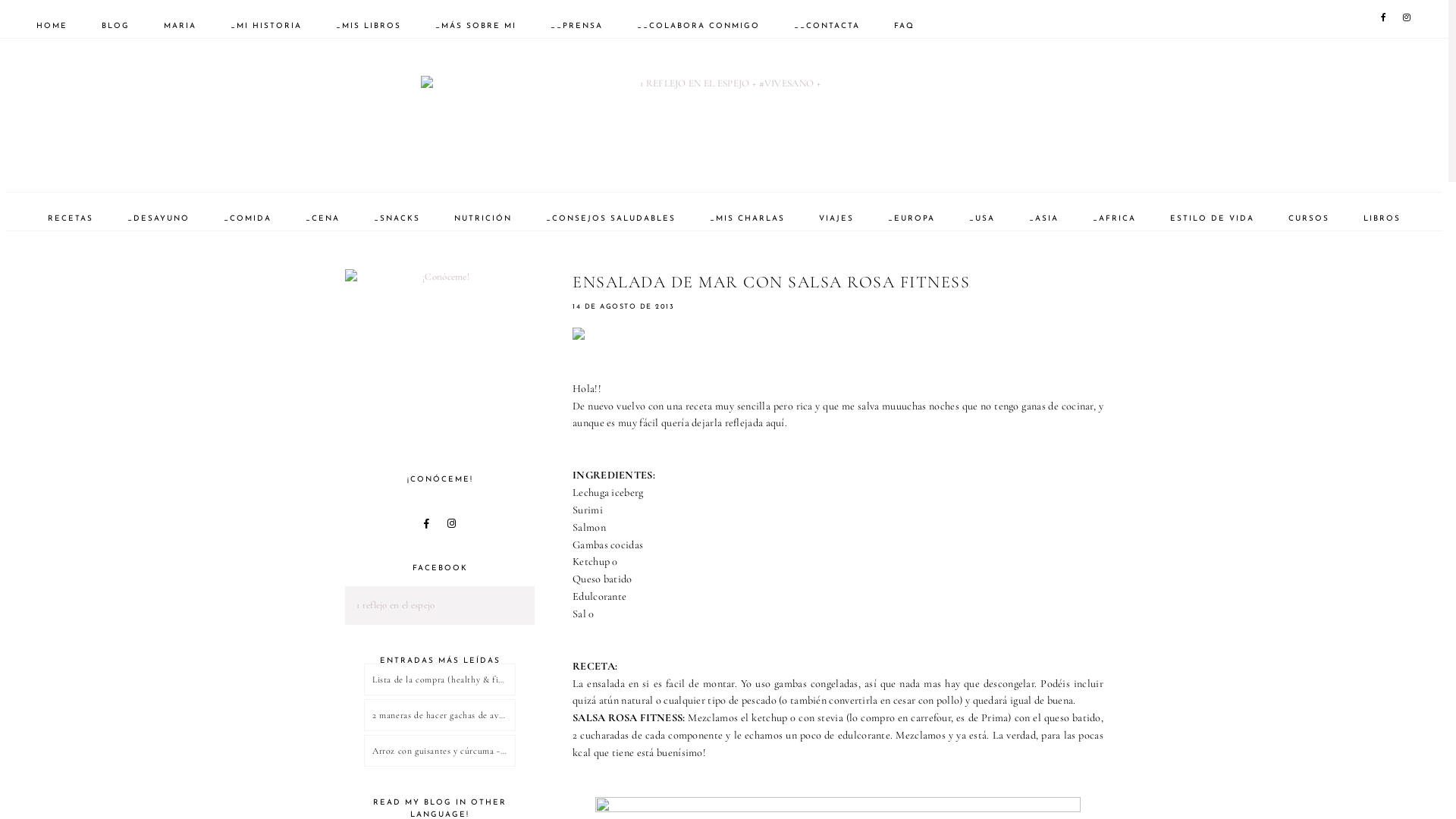 This screenshot has width=1456, height=819. I want to click on '2 maneras de hacer gachas de avena o porridge', so click(439, 714).